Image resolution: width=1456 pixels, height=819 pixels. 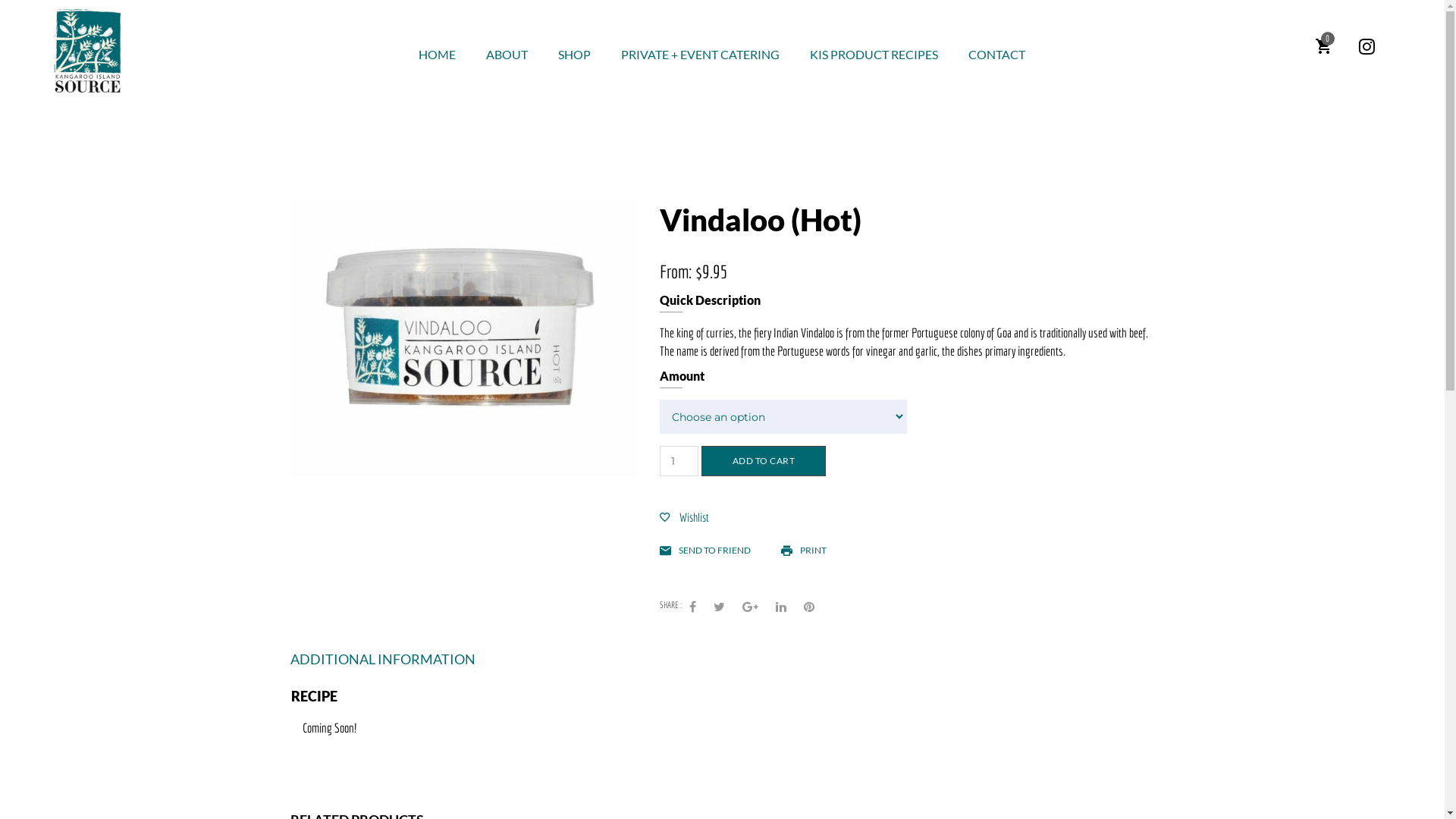 I want to click on 'SHOP', so click(x=557, y=54).